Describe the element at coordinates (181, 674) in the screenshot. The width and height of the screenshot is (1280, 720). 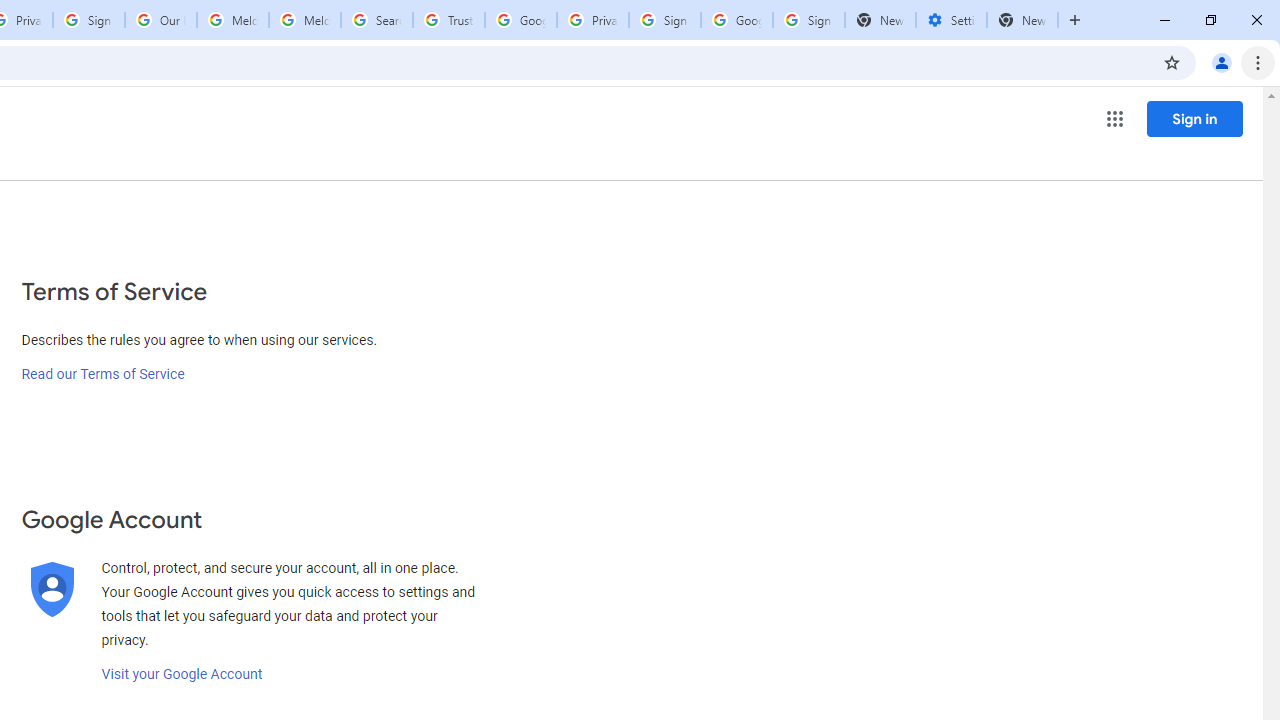
I see `'Visit your Google Account'` at that location.